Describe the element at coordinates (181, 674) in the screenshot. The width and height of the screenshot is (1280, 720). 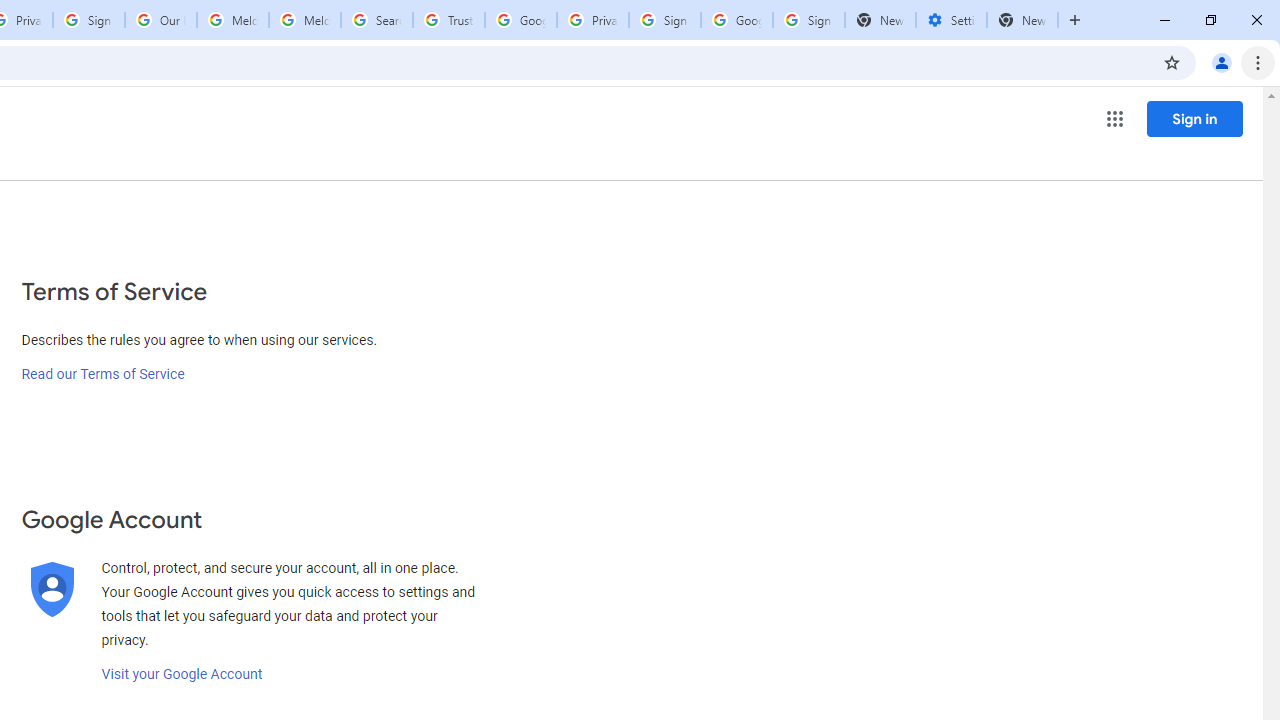
I see `'Visit your Google Account'` at that location.